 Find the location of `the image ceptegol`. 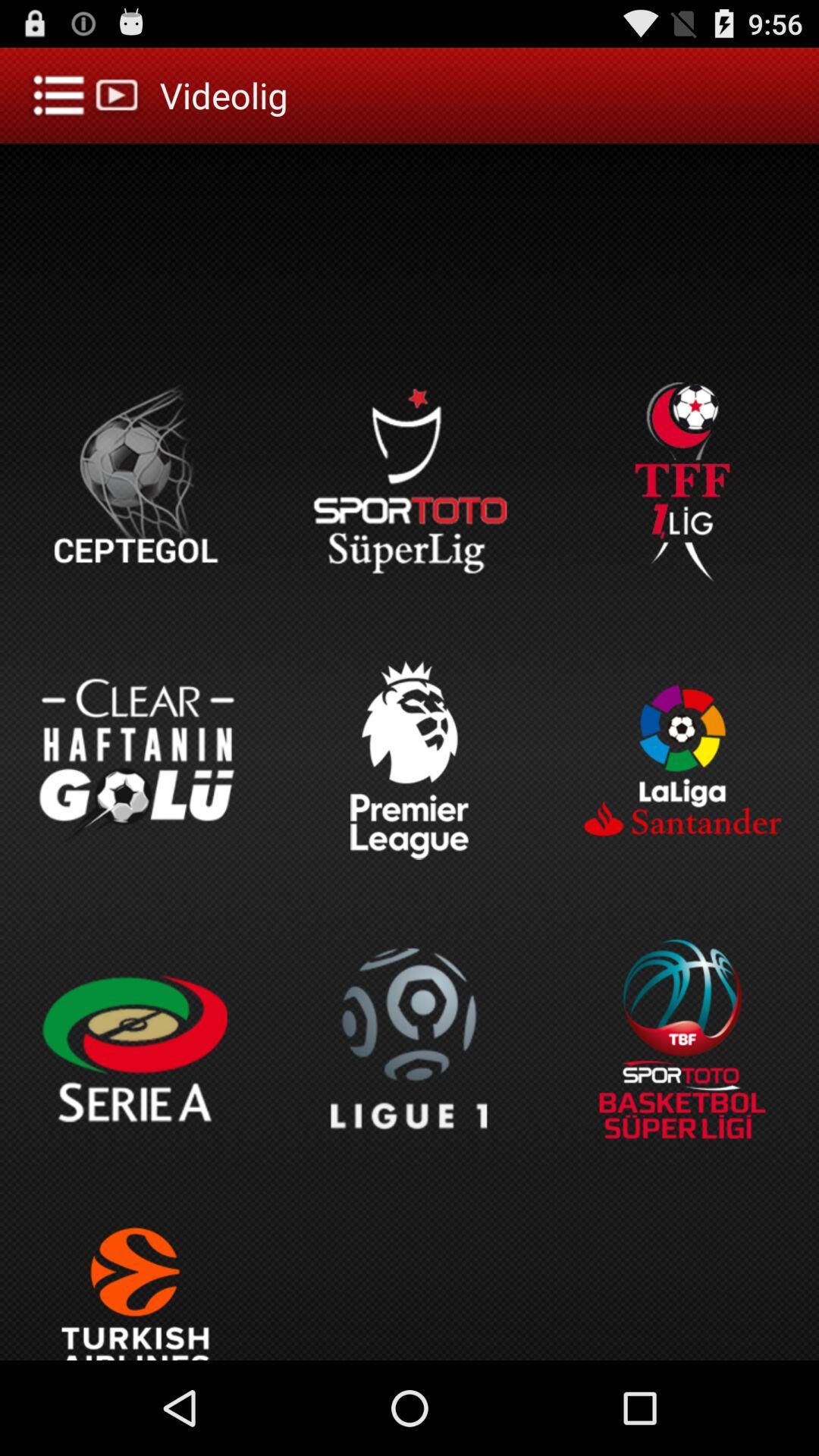

the image ceptegol is located at coordinates (136, 481).